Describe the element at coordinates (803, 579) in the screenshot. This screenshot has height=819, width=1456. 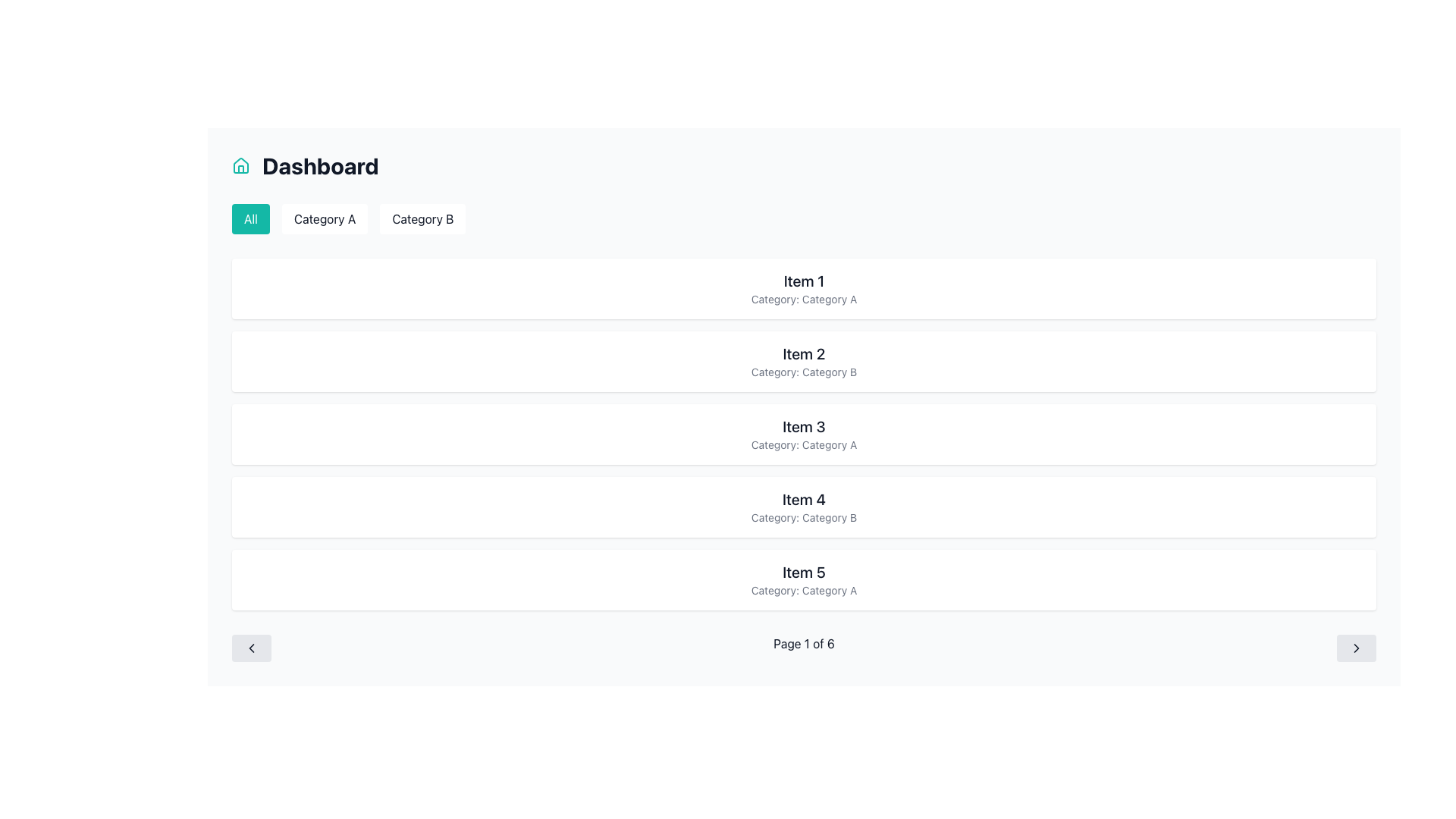
I see `the Informational Card displaying 'Item 5' with a gray text 'Category: Category A', which is the fifth card in a vertical list` at that location.